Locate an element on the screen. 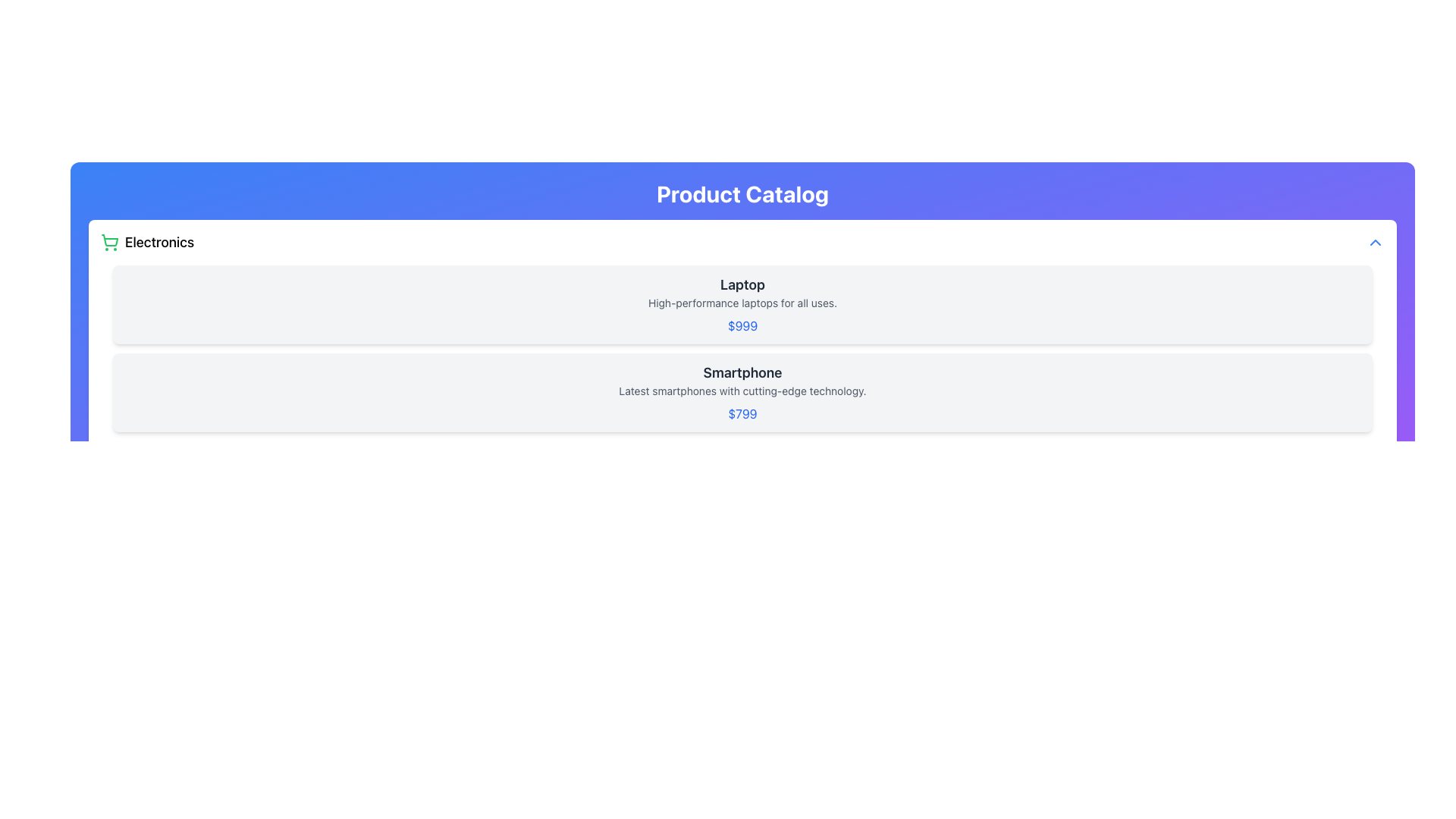  the shopping cart icon located to the immediate left of the text 'Electronics' is located at coordinates (108, 242).